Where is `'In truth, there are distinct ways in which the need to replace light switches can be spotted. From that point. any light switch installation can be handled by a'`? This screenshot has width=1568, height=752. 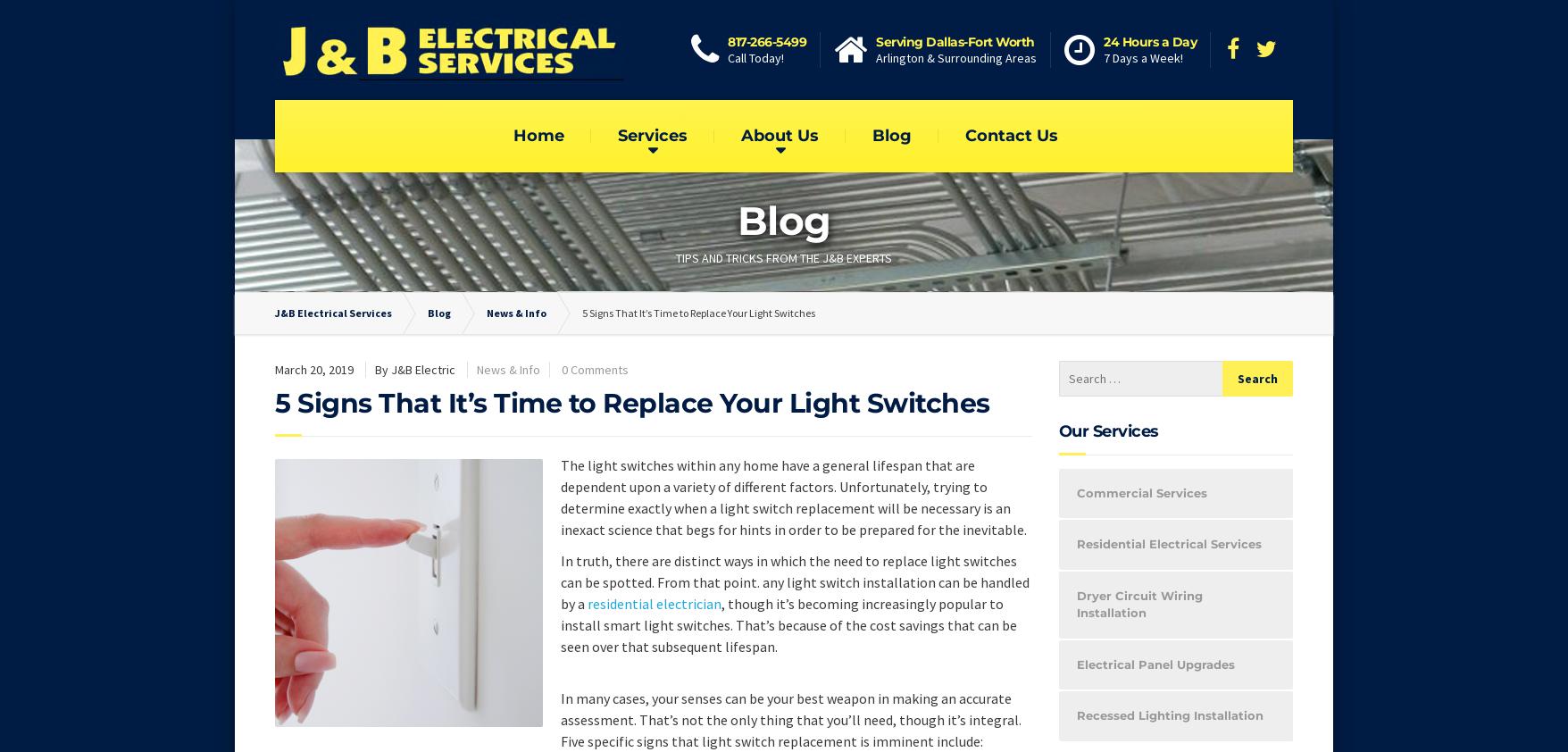 'In truth, there are distinct ways in which the need to replace light switches can be spotted. From that point. any light switch installation can be handled by a' is located at coordinates (795, 581).